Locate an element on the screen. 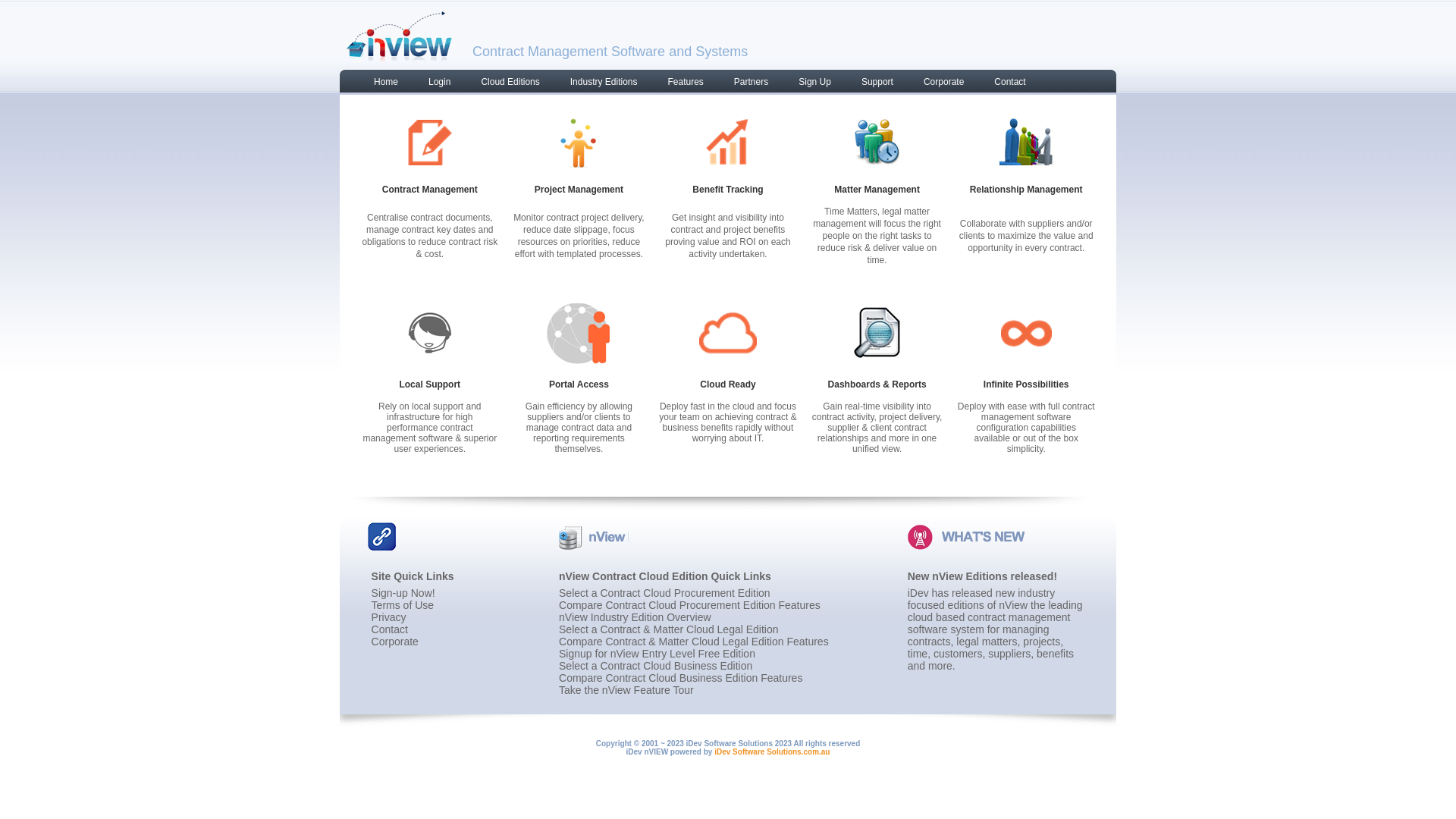 The image size is (1456, 819). 'Home' is located at coordinates (378, 84).